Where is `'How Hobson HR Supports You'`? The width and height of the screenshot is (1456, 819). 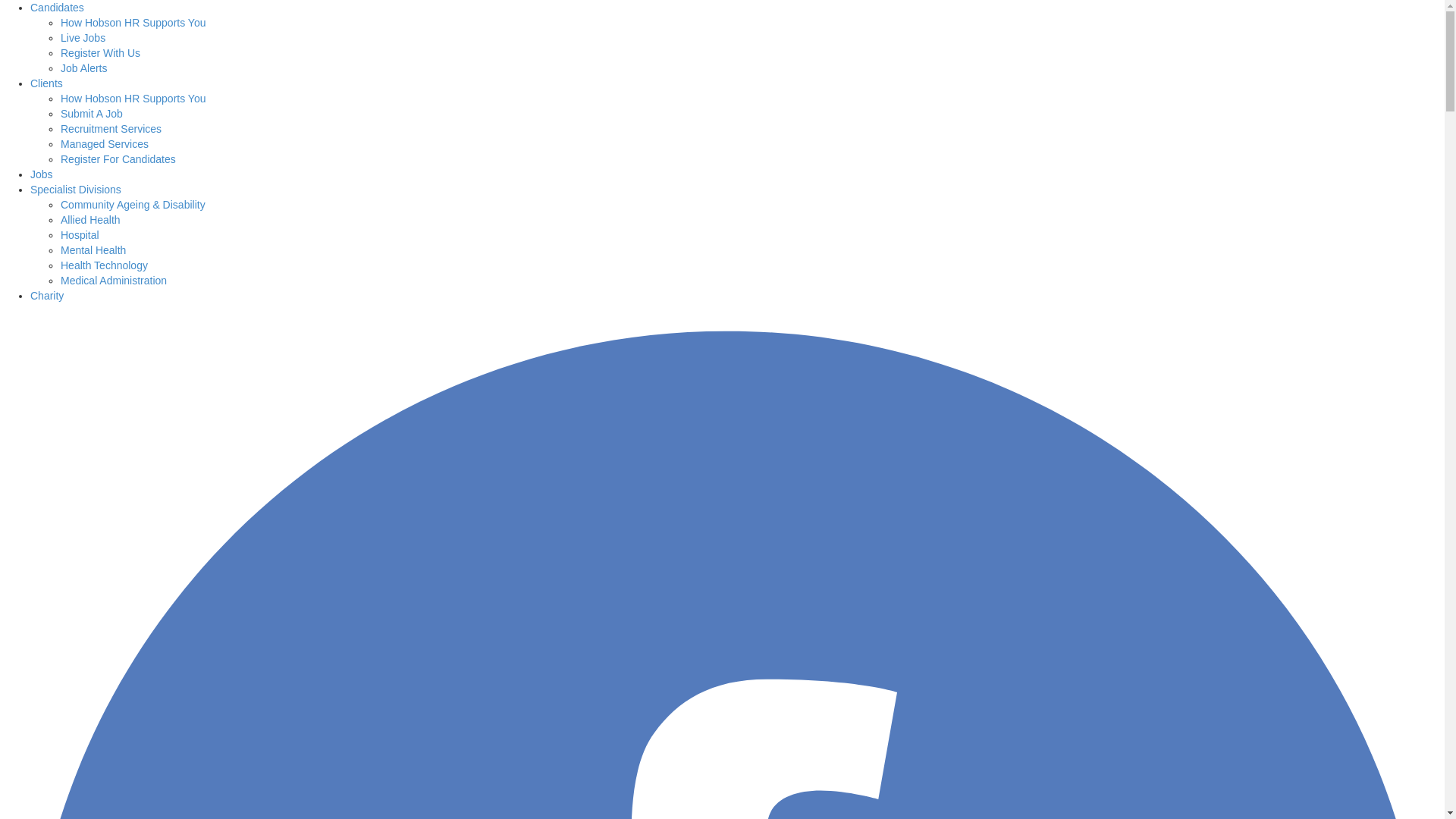
'How Hobson HR Supports You' is located at coordinates (133, 99).